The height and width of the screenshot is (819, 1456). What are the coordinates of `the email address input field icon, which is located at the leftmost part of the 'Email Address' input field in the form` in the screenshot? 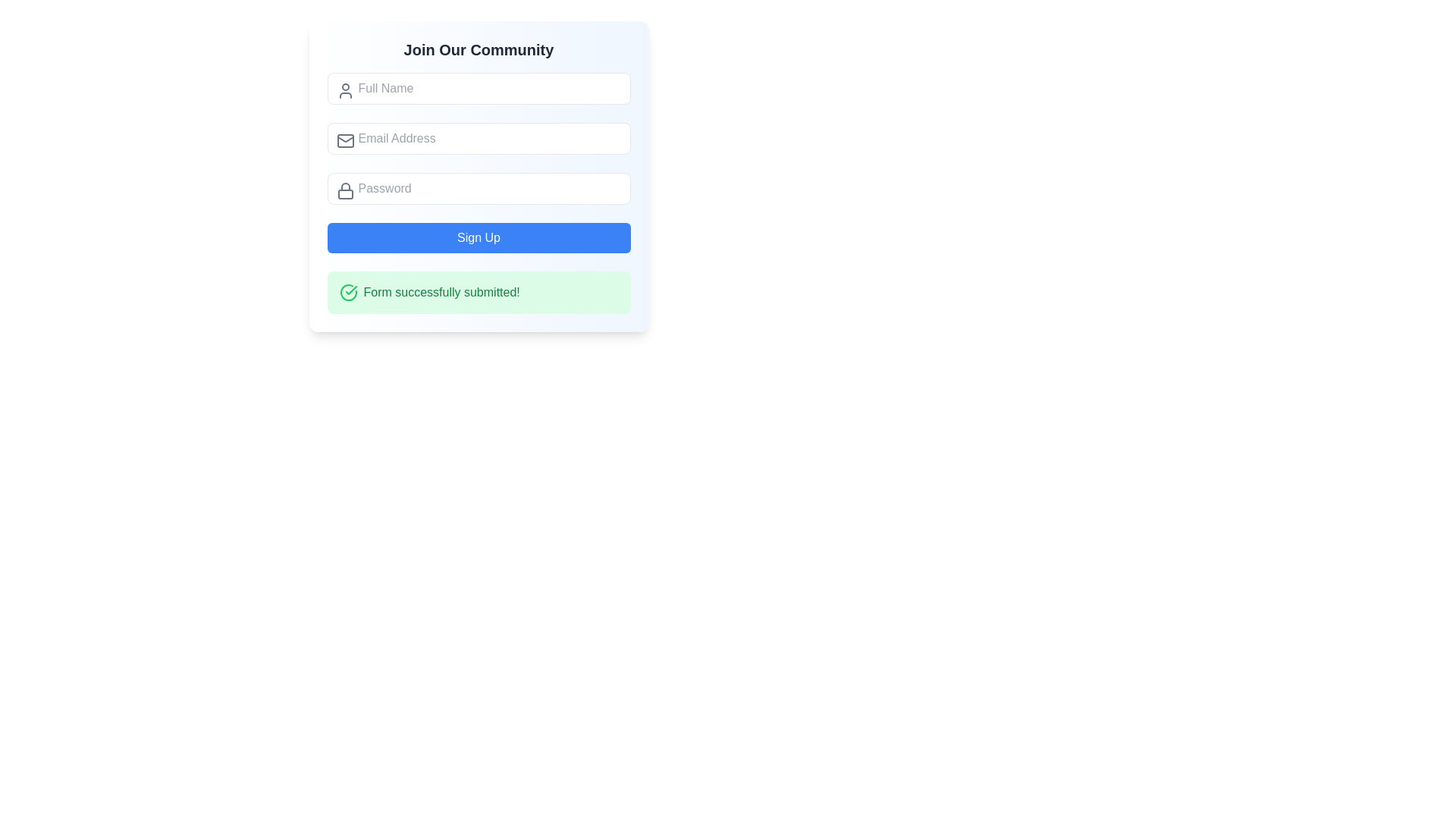 It's located at (344, 140).